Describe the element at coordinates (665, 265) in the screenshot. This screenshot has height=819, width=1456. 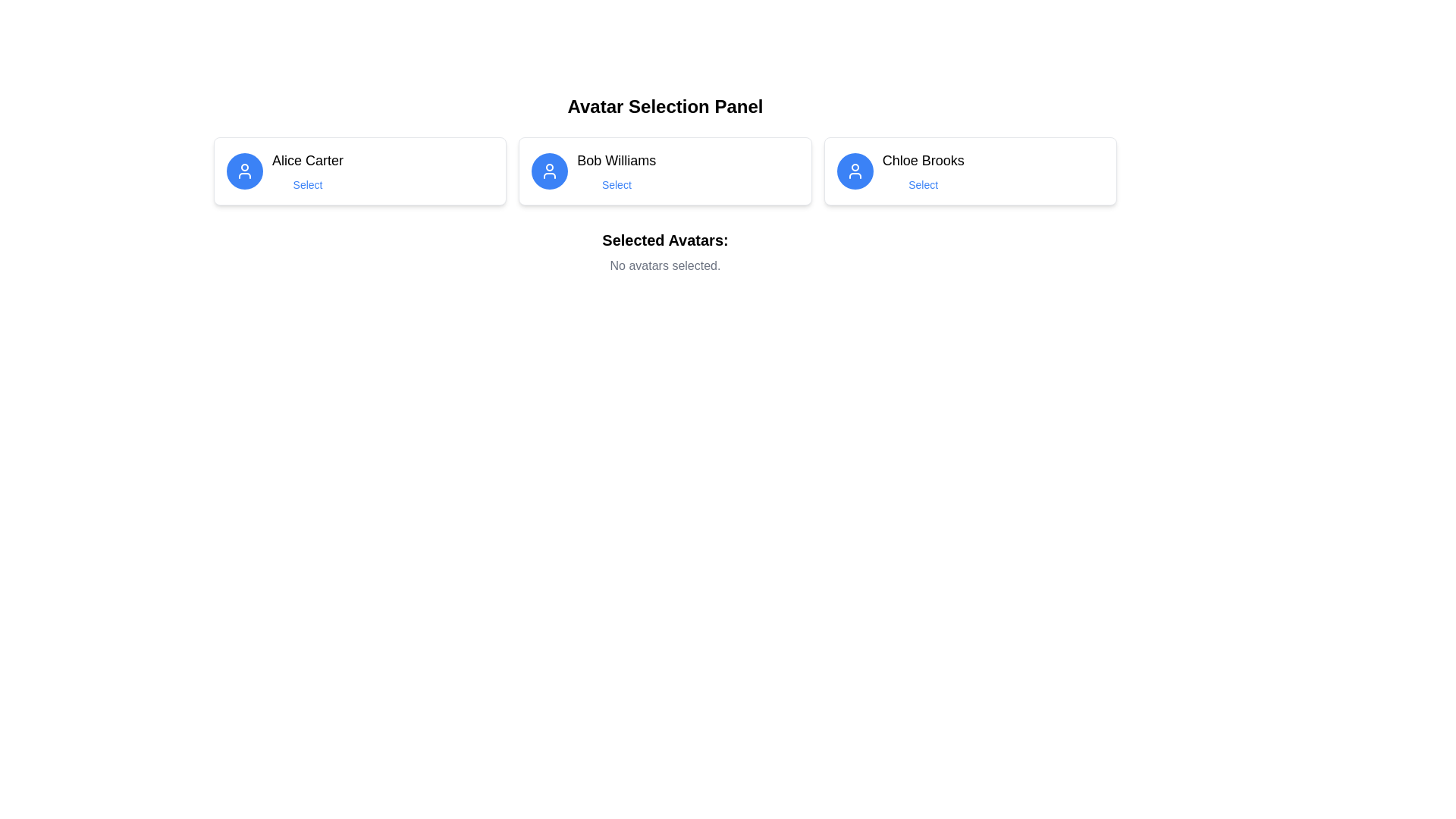
I see `text label displaying 'No avatars selected.' located centrally below the 'Selected Avatars:' heading` at that location.